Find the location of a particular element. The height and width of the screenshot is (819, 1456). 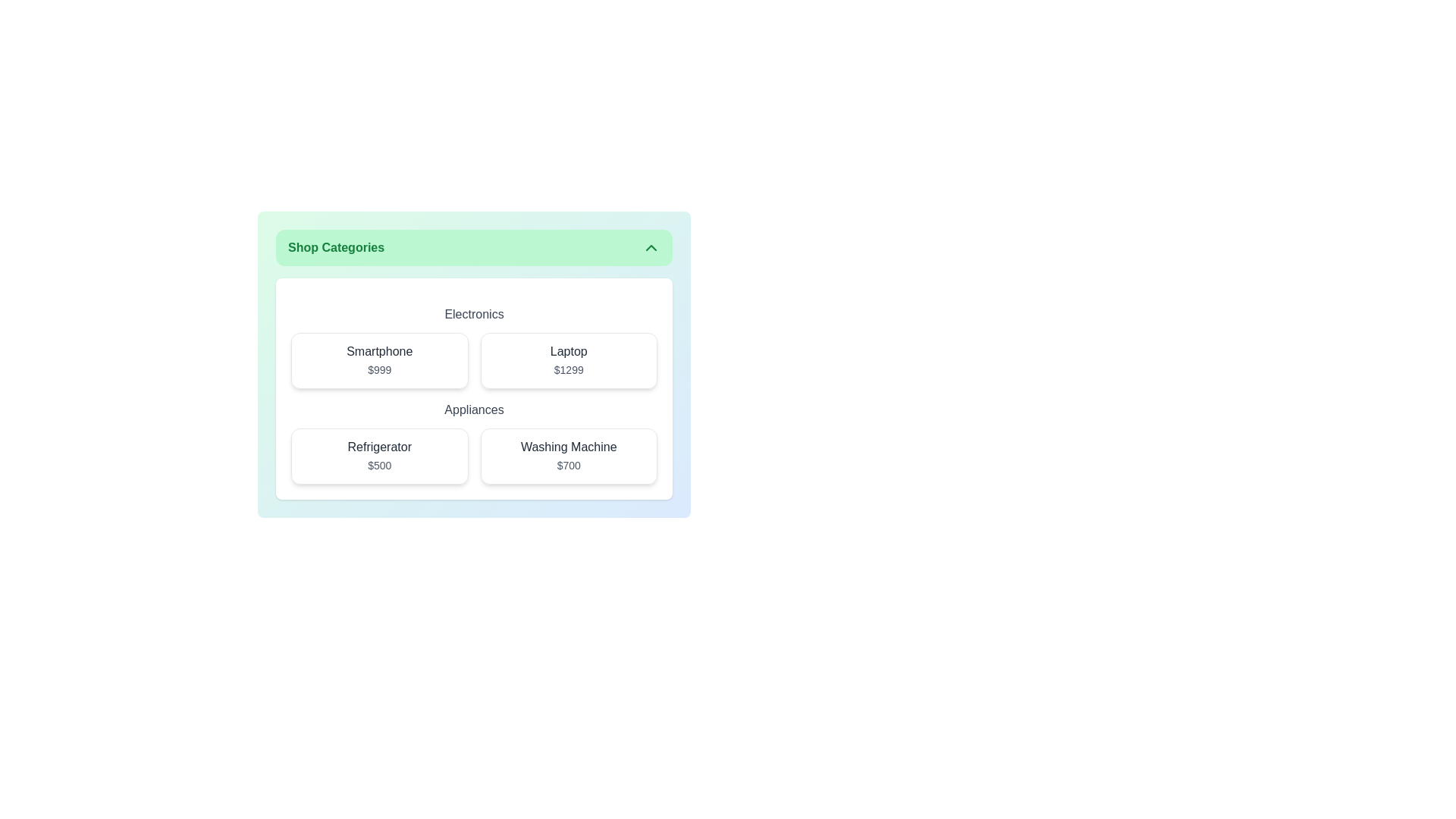

the Button-like SVG icon in the top-right corner of the green header labeled 'Shop Categories' is located at coordinates (651, 247).